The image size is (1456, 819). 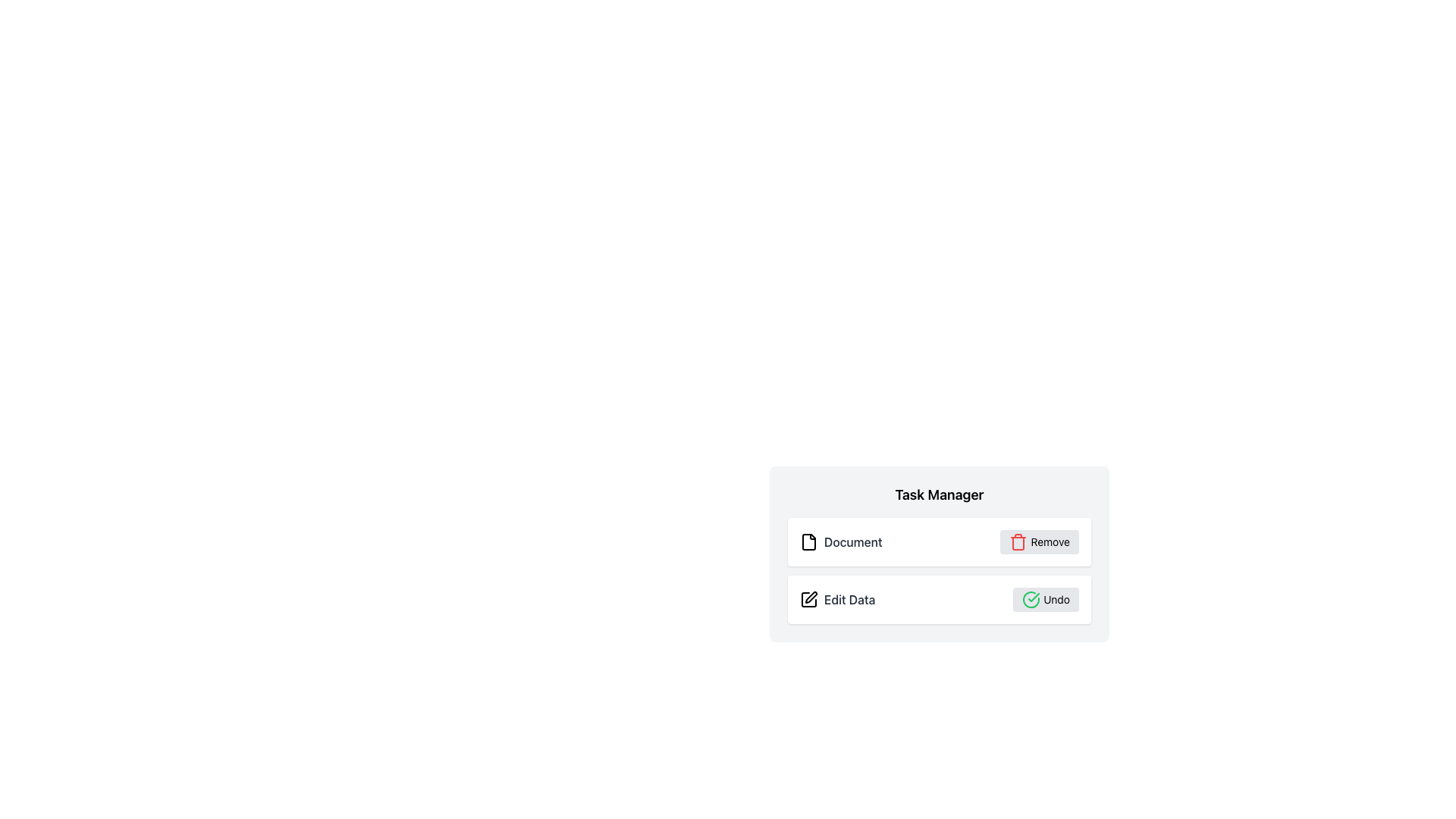 I want to click on the text label that describes the 'Edit Data' functionality, located to the right of the pen and square icon in the 'Task Manager' interface, so click(x=849, y=598).